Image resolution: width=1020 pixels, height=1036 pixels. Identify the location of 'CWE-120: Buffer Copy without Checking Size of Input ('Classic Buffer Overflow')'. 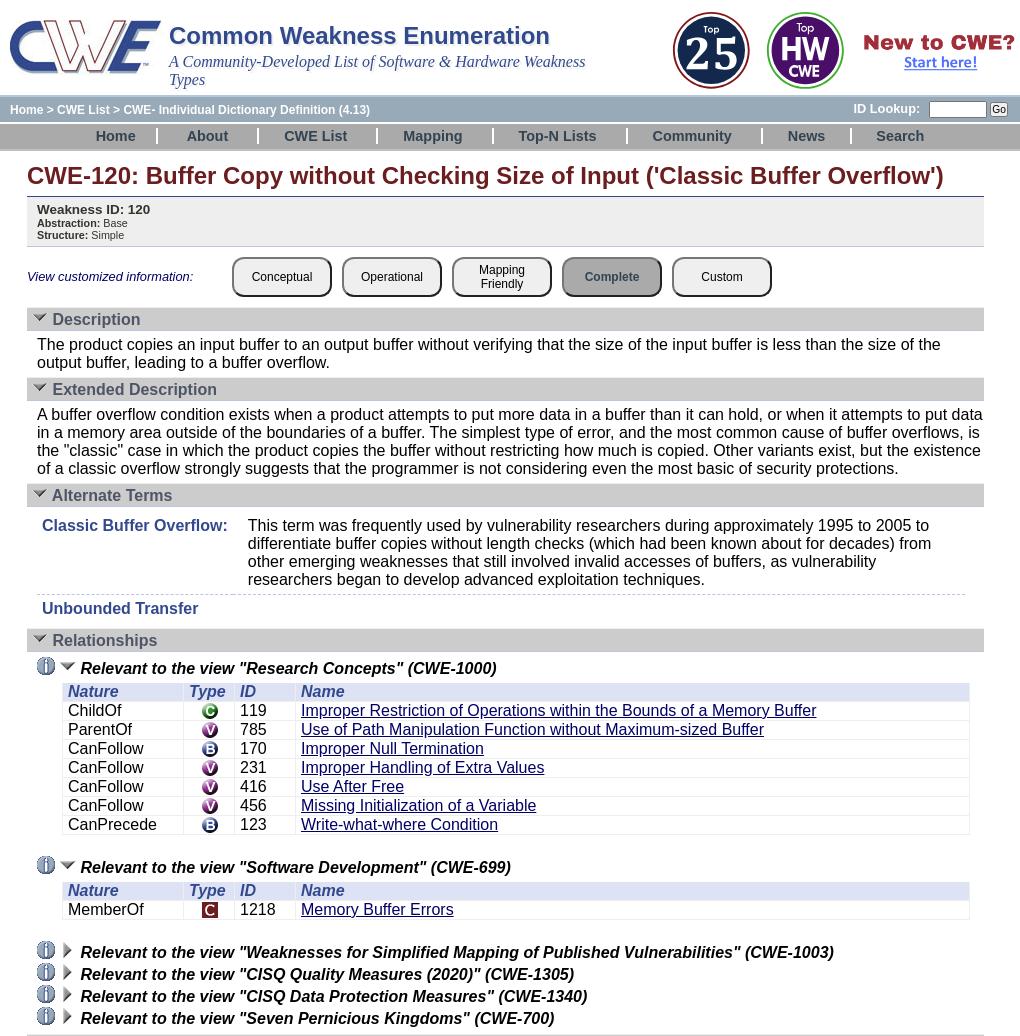
(485, 175).